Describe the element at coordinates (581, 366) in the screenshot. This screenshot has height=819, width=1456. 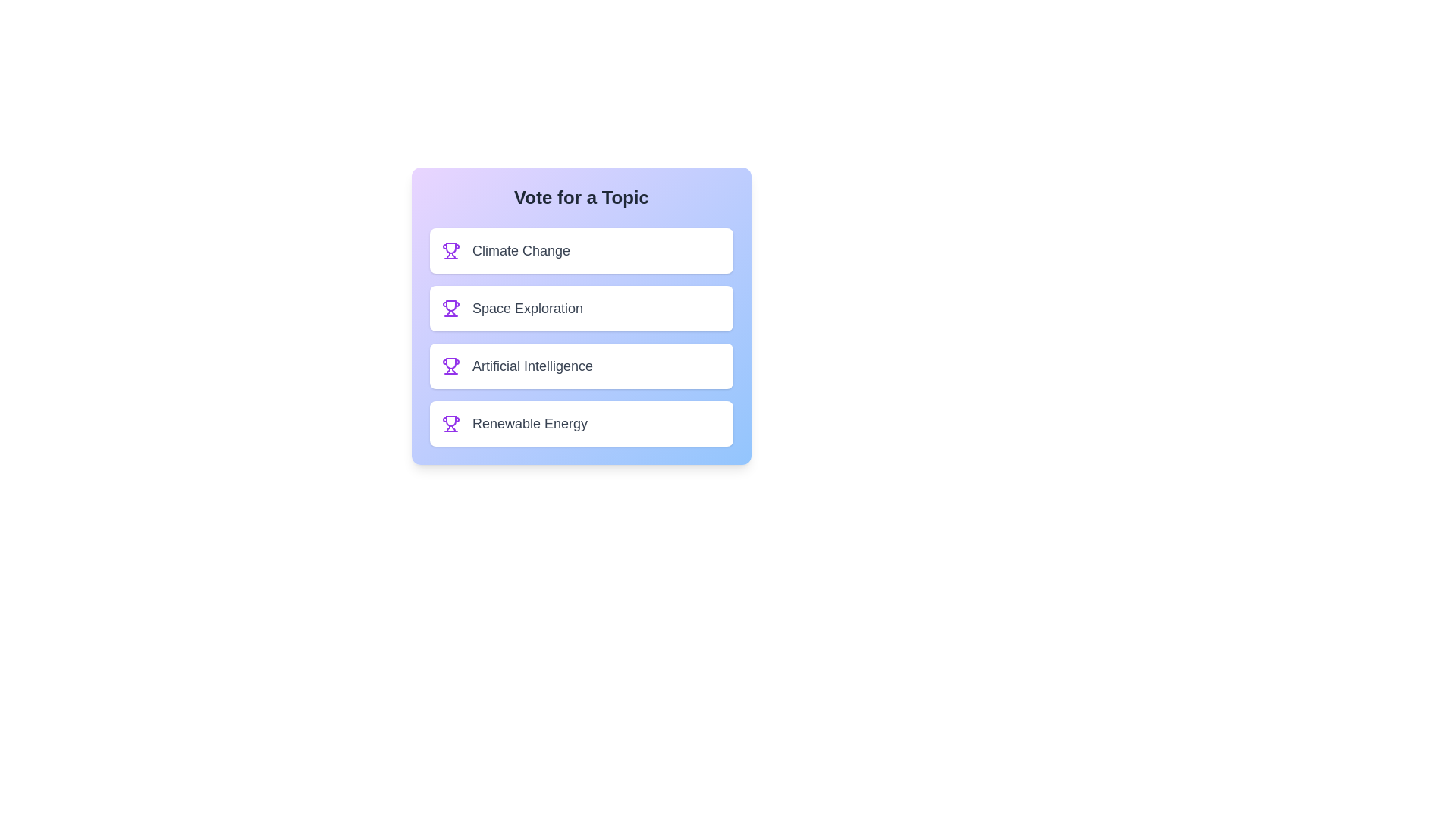
I see `the 'Artificial Intelligence' selectable card, which is the third item in a vertically-stacked list of four cards` at that location.